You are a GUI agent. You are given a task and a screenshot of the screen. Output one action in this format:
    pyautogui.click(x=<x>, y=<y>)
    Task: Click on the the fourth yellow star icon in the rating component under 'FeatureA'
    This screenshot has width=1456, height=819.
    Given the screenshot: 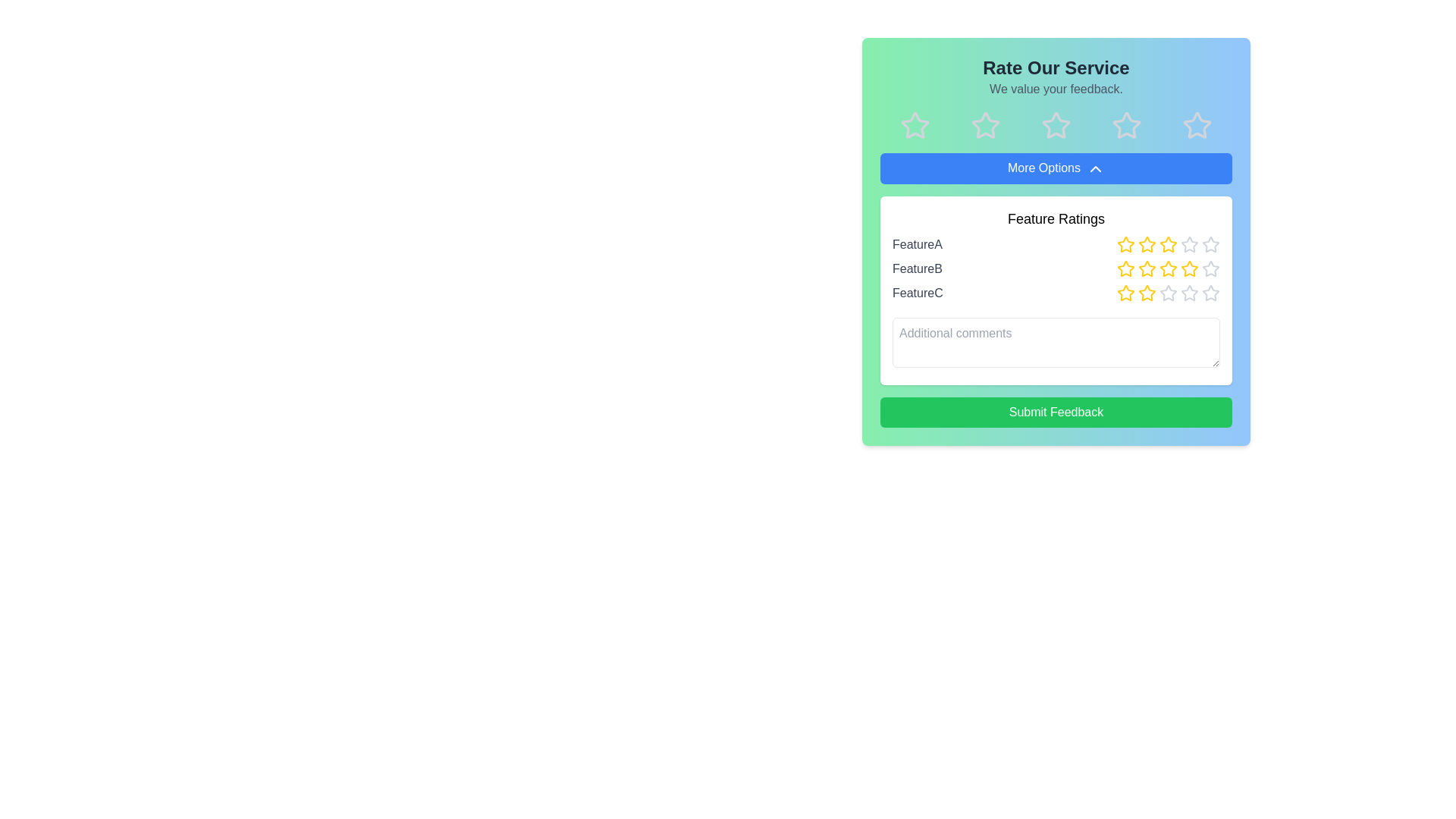 What is the action you would take?
    pyautogui.click(x=1167, y=243)
    